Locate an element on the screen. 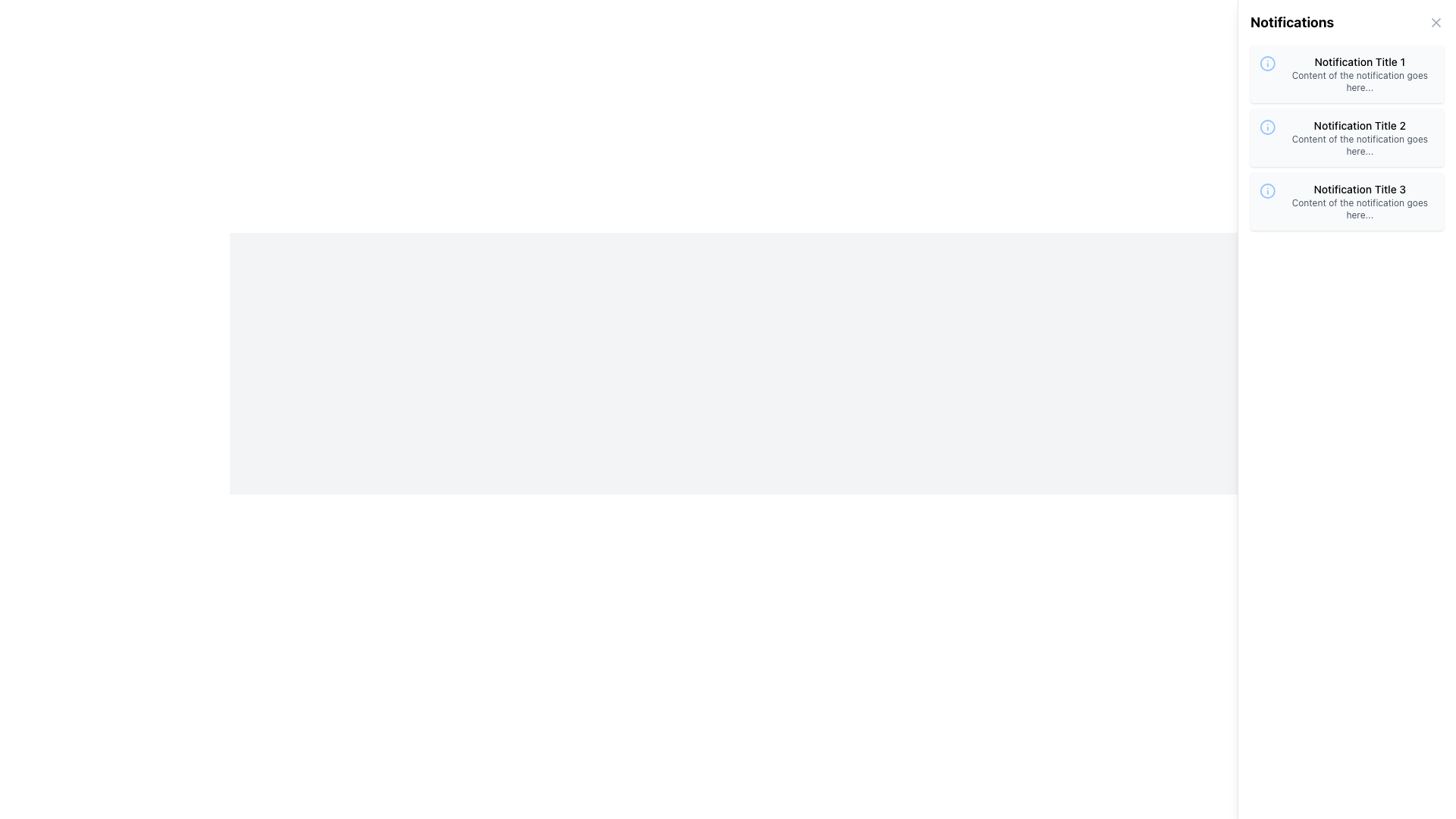 The height and width of the screenshot is (819, 1456). the small gray text label located underneath 'Notification Title 2' in the notification card within the second item of the vertically stacked notifications is located at coordinates (1360, 146).